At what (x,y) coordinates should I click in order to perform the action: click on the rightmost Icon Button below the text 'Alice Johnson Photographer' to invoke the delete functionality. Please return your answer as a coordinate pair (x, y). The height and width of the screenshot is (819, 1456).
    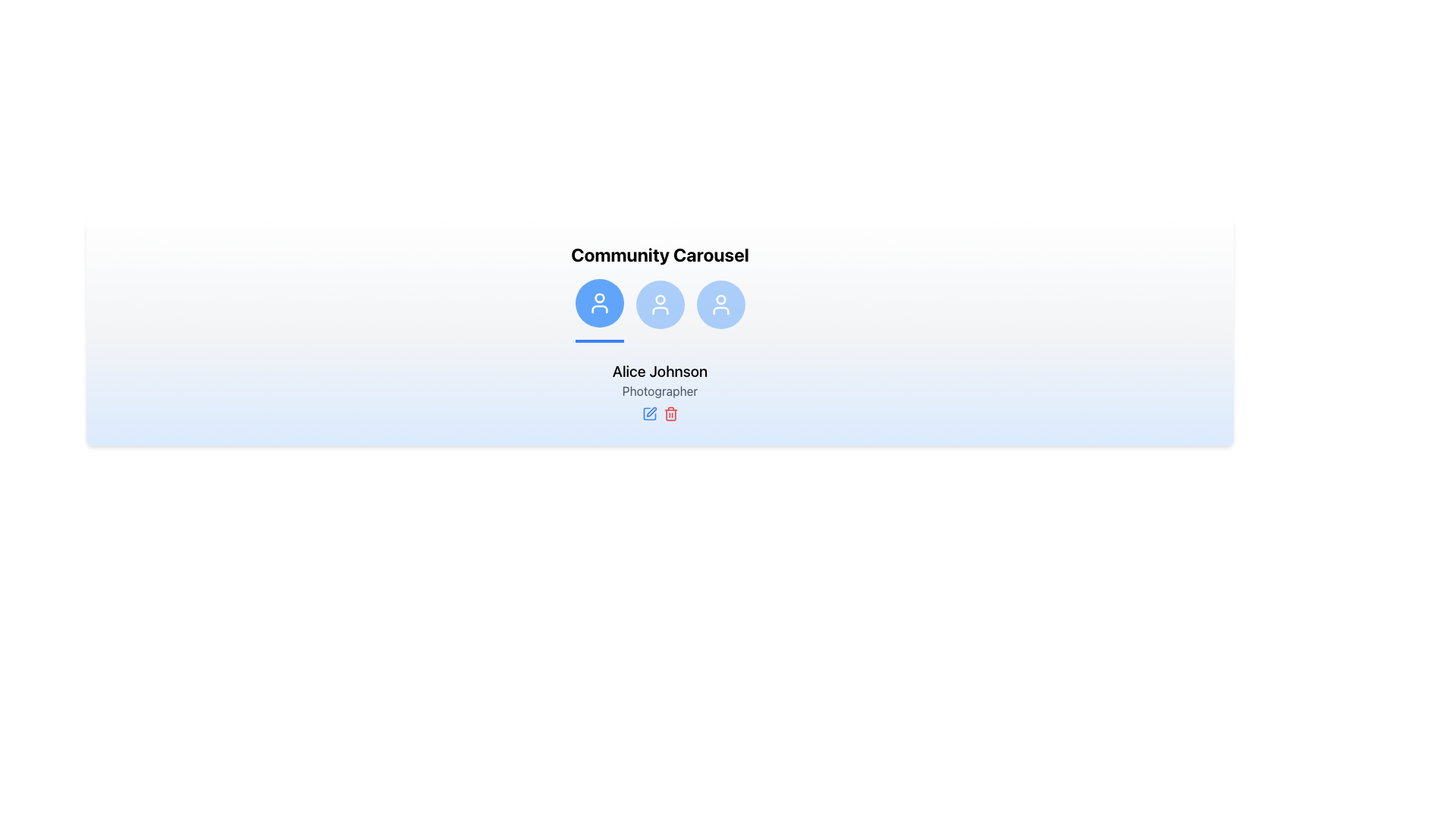
    Looking at the image, I should click on (670, 414).